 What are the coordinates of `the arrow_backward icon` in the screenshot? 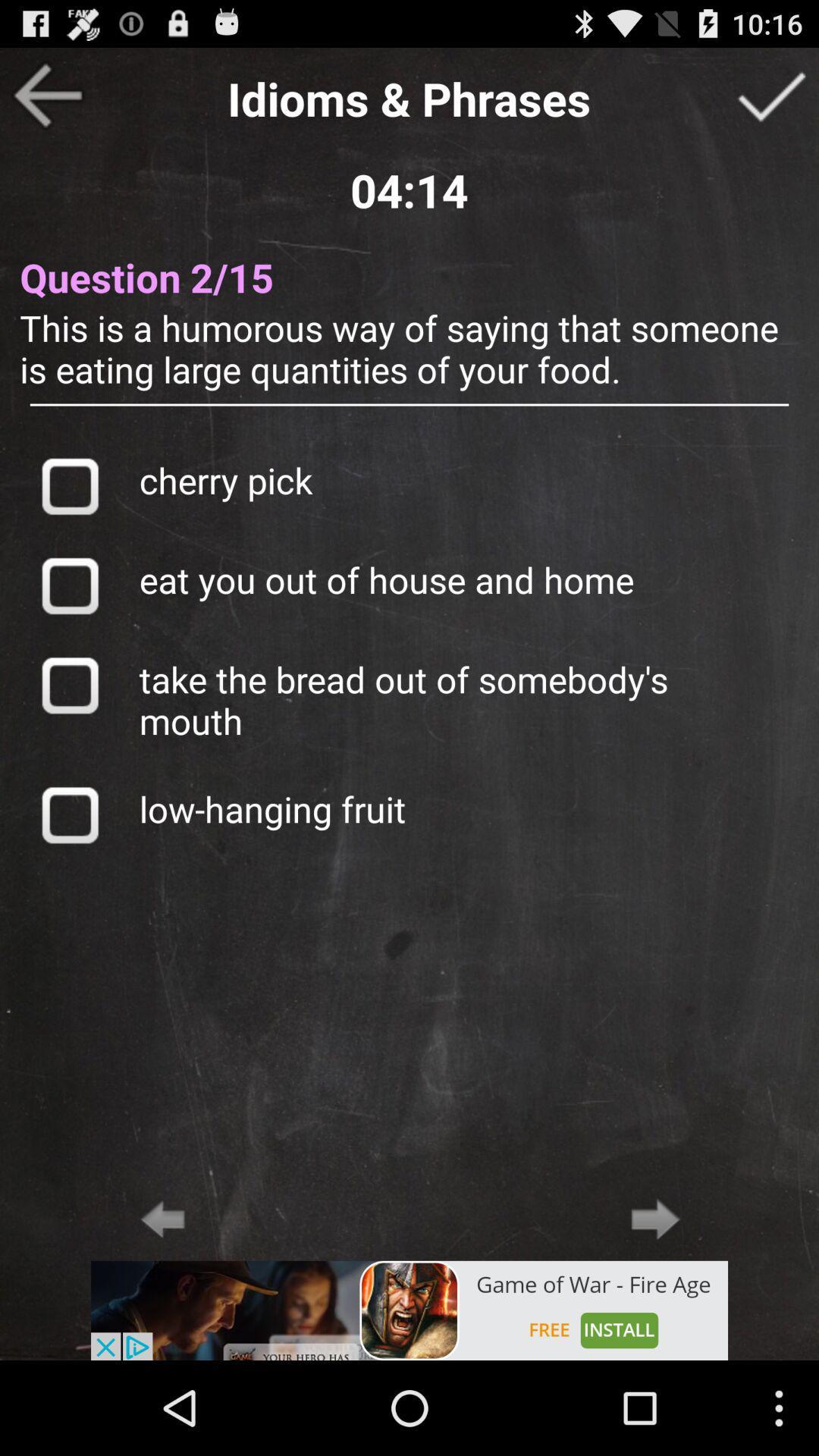 It's located at (46, 101).